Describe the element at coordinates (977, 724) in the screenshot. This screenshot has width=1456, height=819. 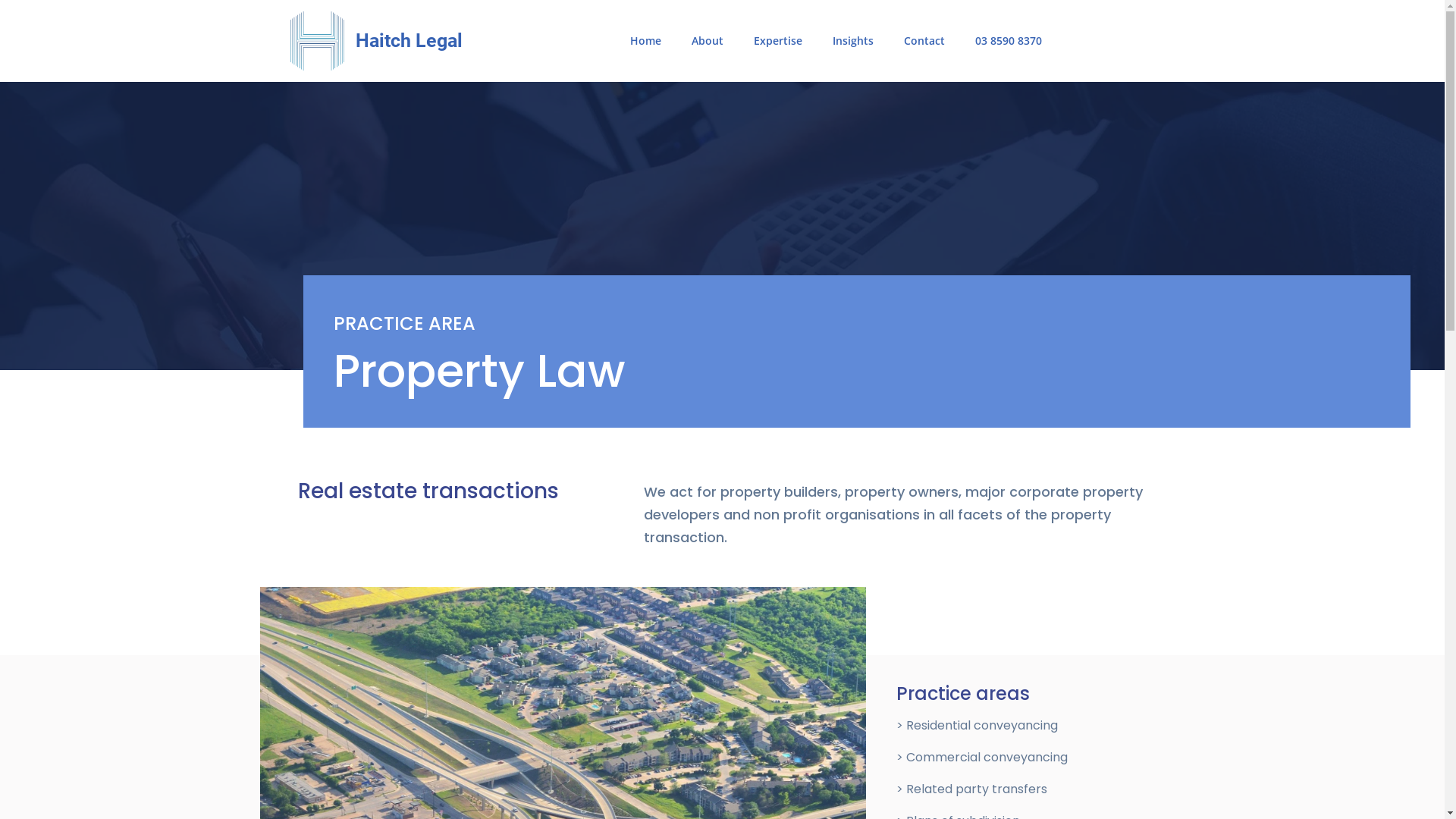
I see `'> Residential conveyancing'` at that location.